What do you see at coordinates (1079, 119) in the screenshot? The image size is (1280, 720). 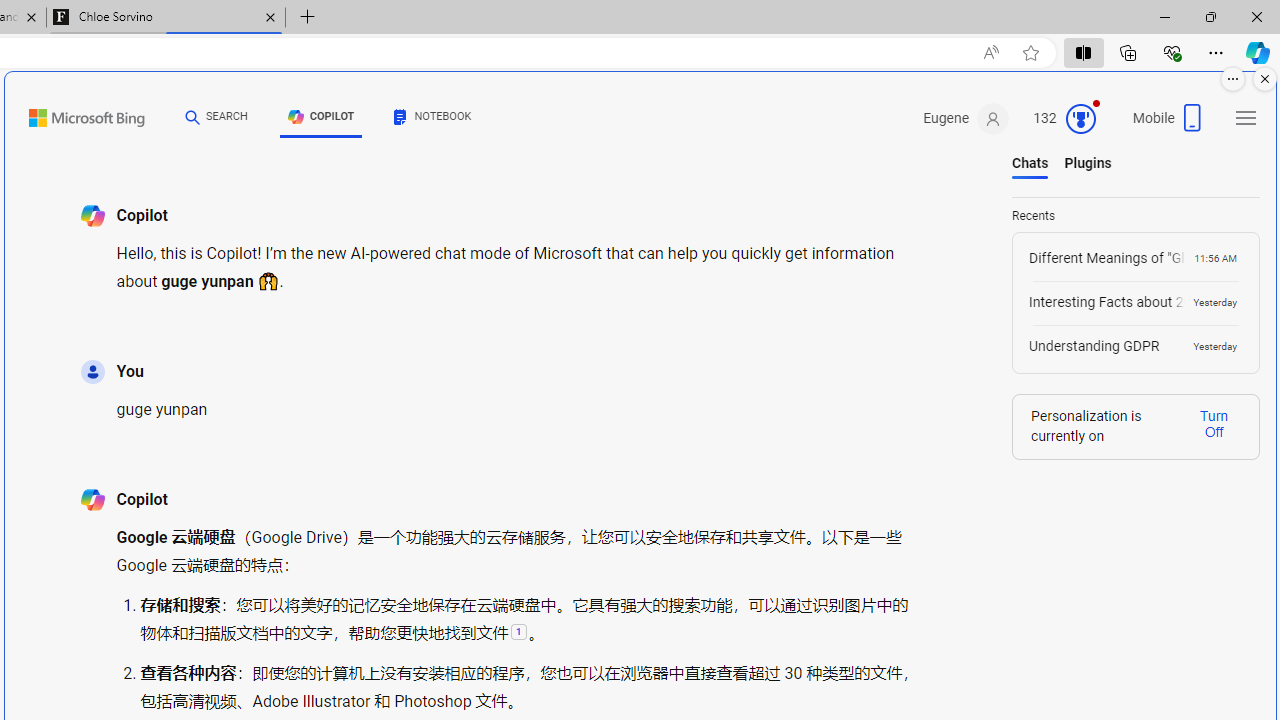 I see `'Class: outer-circle-animation'` at bounding box center [1079, 119].